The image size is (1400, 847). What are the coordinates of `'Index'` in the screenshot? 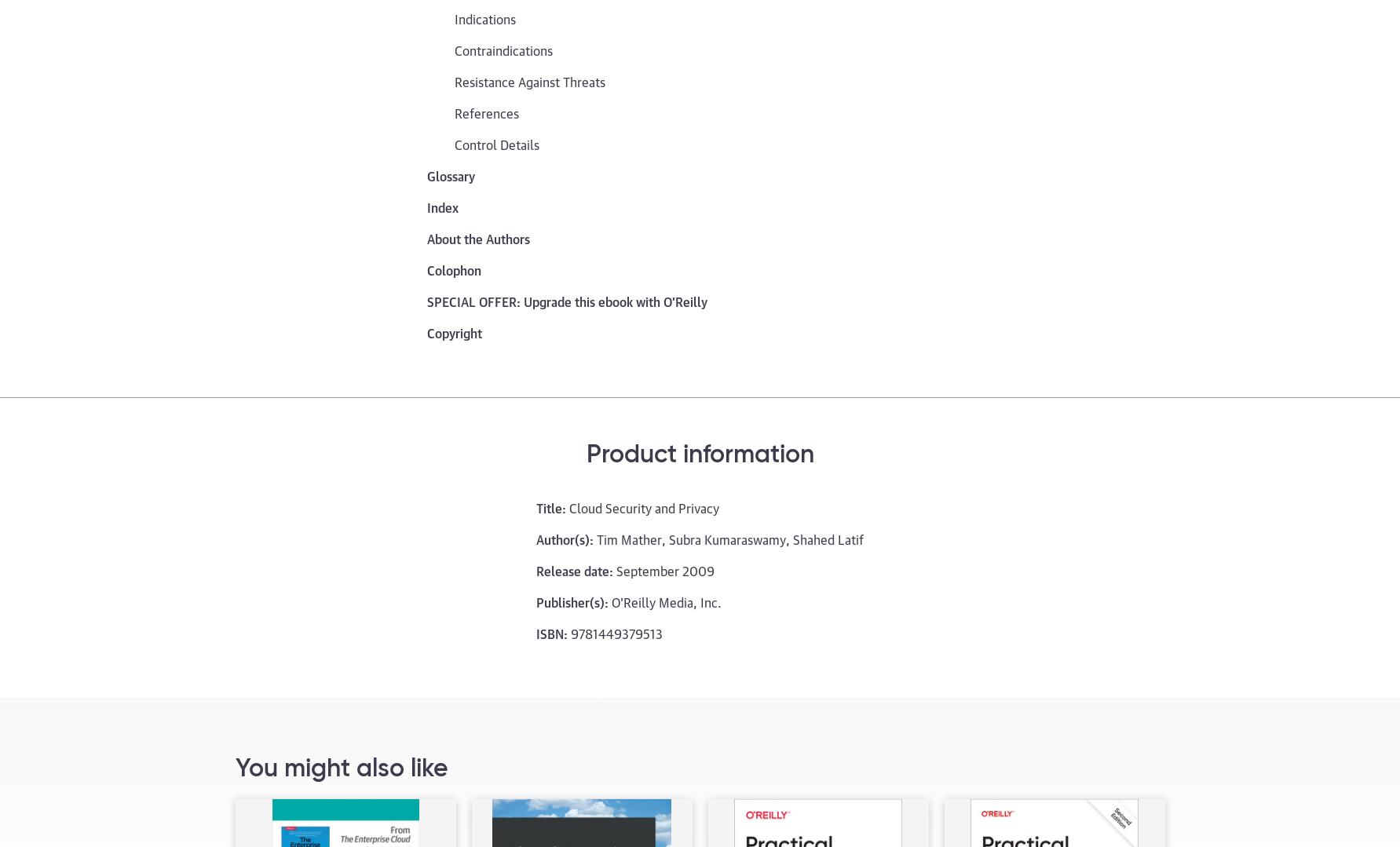 It's located at (441, 206).